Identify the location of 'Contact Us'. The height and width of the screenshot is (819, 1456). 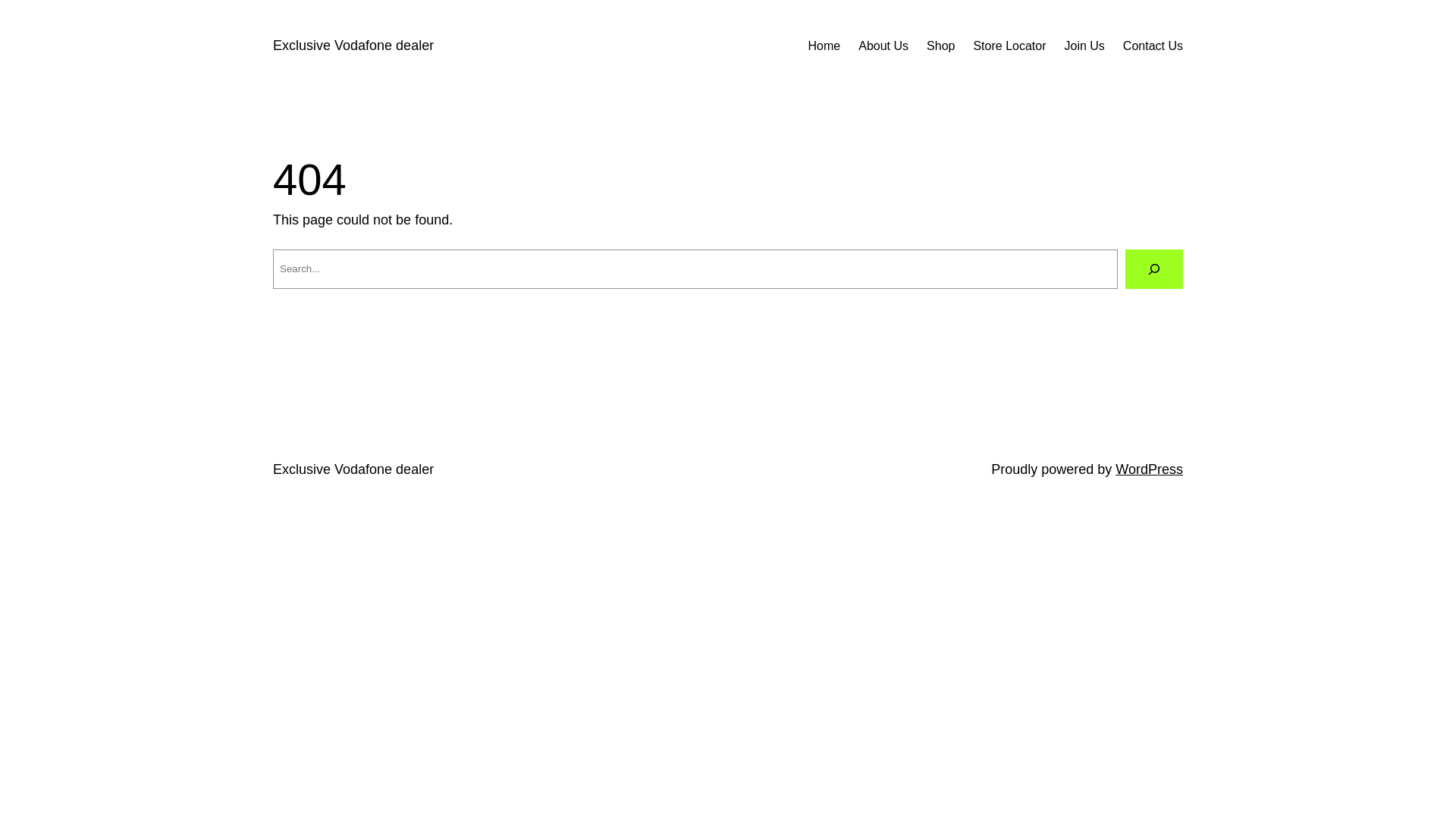
(1153, 45).